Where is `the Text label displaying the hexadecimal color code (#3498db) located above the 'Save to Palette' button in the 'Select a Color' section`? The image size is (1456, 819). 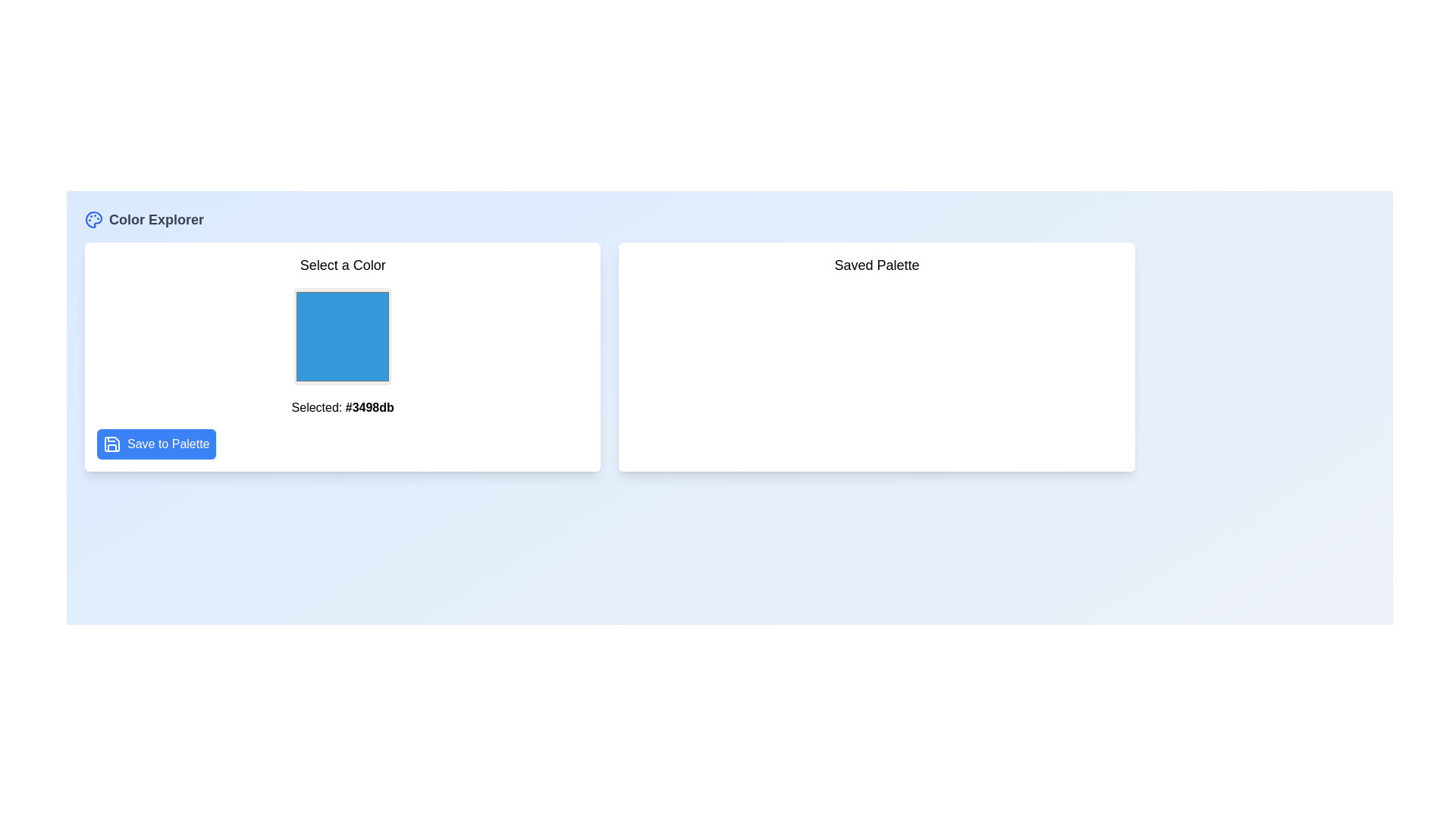
the Text label displaying the hexadecimal color code (#3498db) located above the 'Save to Palette' button in the 'Select a Color' section is located at coordinates (342, 406).